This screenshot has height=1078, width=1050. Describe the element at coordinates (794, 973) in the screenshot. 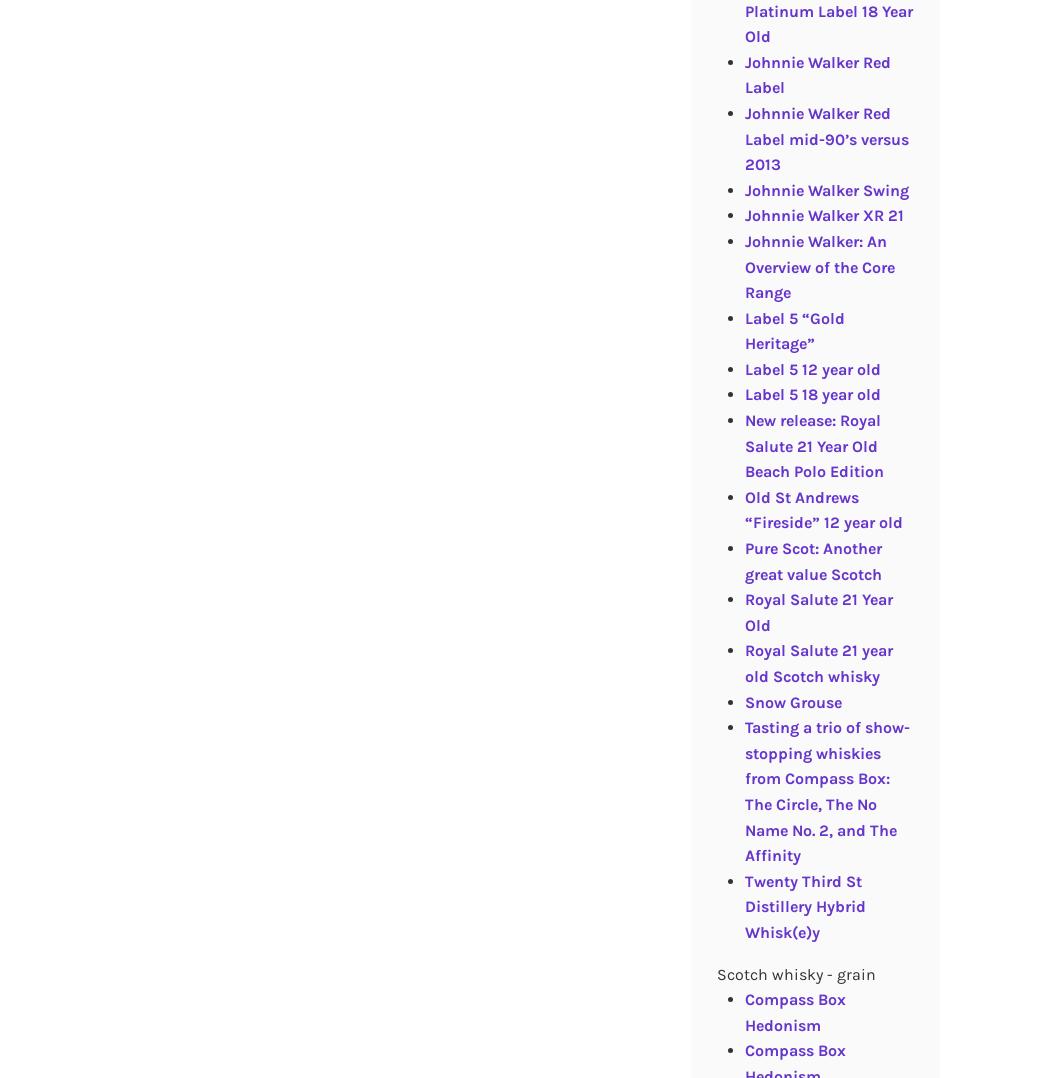

I see `'Scotch whisky - grain'` at that location.